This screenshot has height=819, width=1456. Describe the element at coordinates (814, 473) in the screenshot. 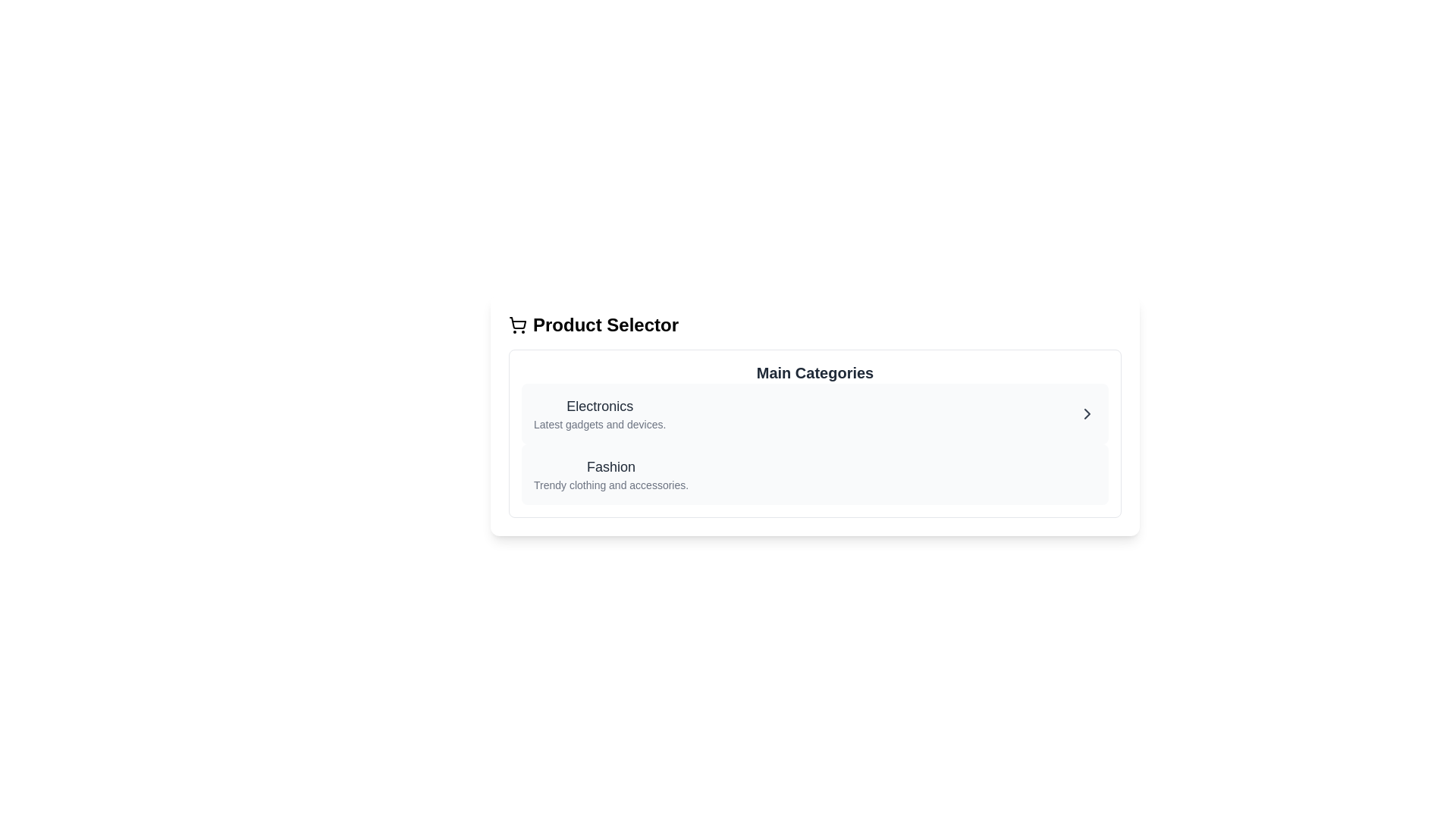

I see `the 'Fashion' category selector button located below the 'Electronics' item in the 'Main Categories' section` at that location.